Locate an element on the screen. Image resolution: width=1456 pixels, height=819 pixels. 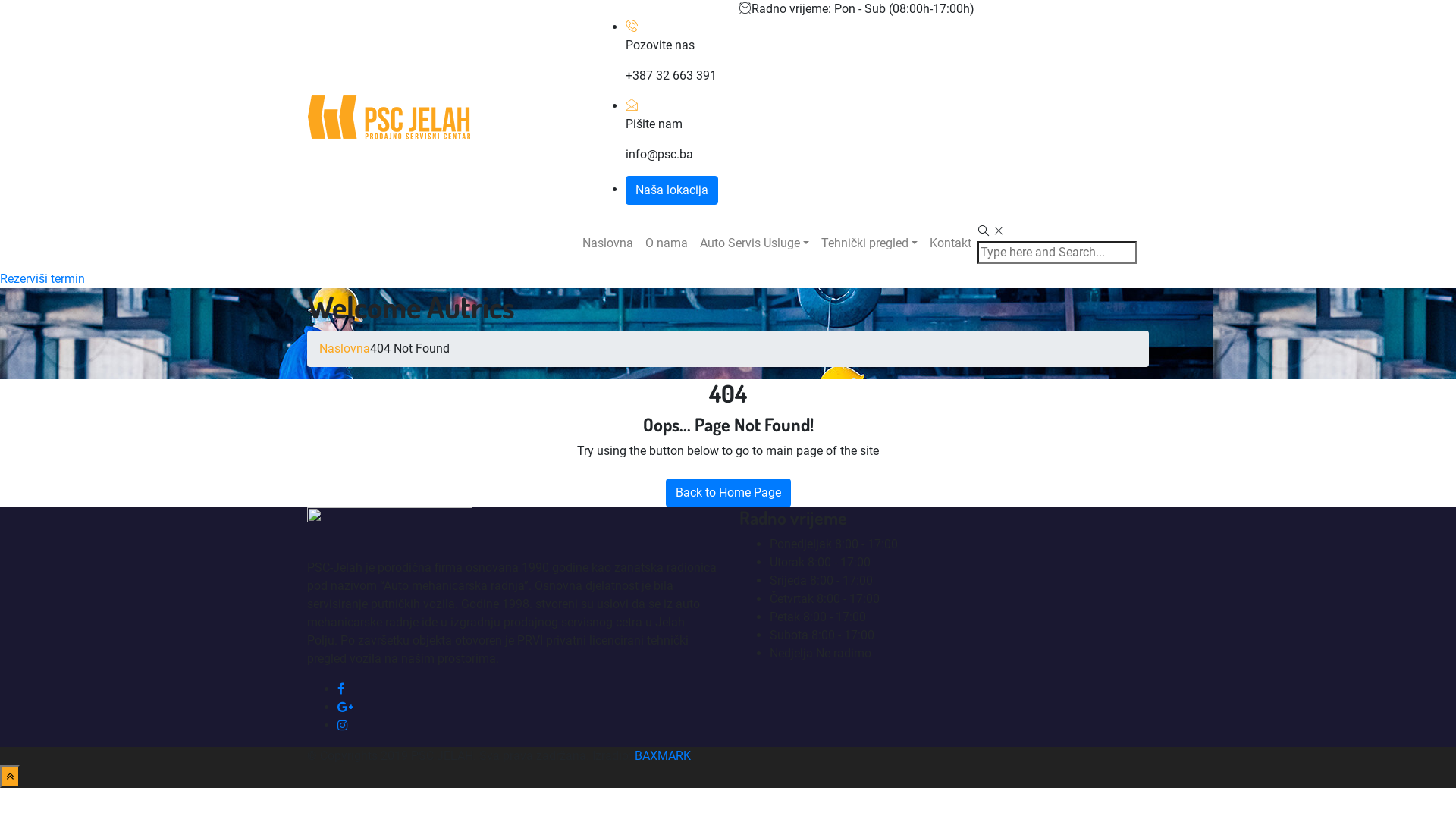
'Back to Top' is located at coordinates (10, 776).